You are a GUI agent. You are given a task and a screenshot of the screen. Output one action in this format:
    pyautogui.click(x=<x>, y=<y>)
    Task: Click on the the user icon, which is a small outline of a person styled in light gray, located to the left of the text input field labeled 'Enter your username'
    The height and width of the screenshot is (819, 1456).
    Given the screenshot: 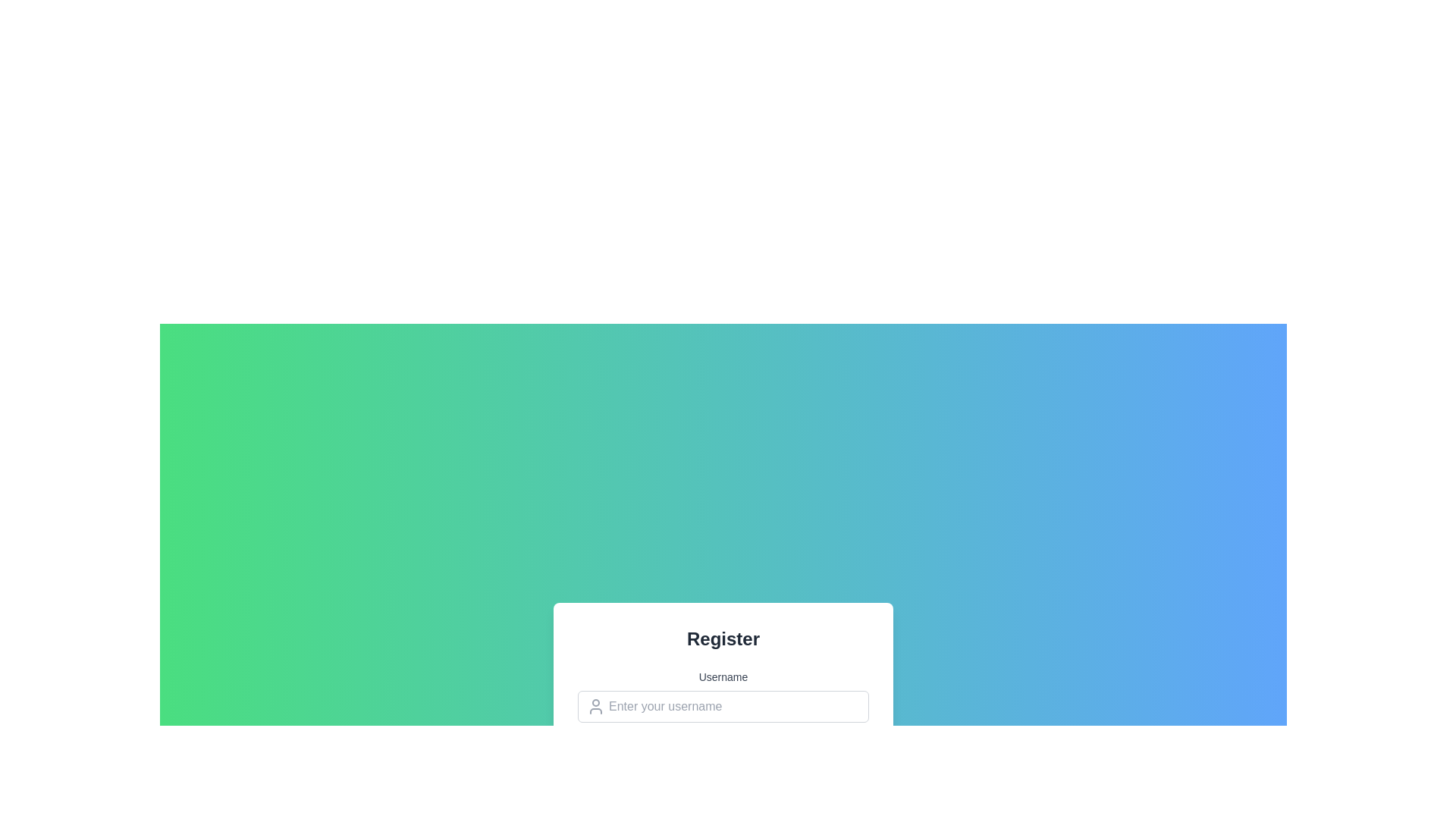 What is the action you would take?
    pyautogui.click(x=595, y=707)
    